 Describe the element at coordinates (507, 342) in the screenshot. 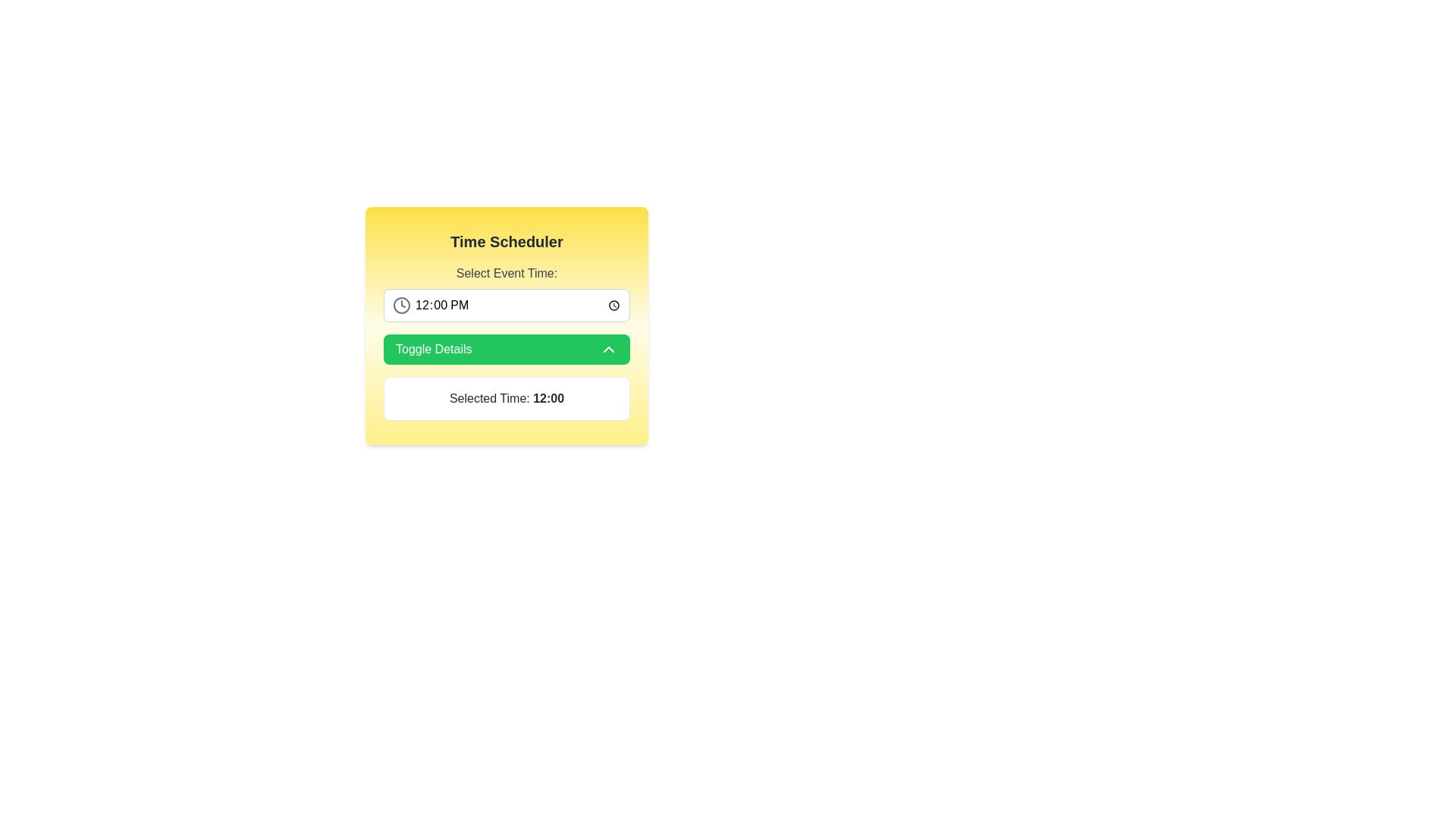

I see `the button that toggles the visibility of additional details related to the selected event time, located under the 'Time Scheduler' heading, between the 'Select Event Time:' input field and the 'Selected Time: 12:00' box` at that location.